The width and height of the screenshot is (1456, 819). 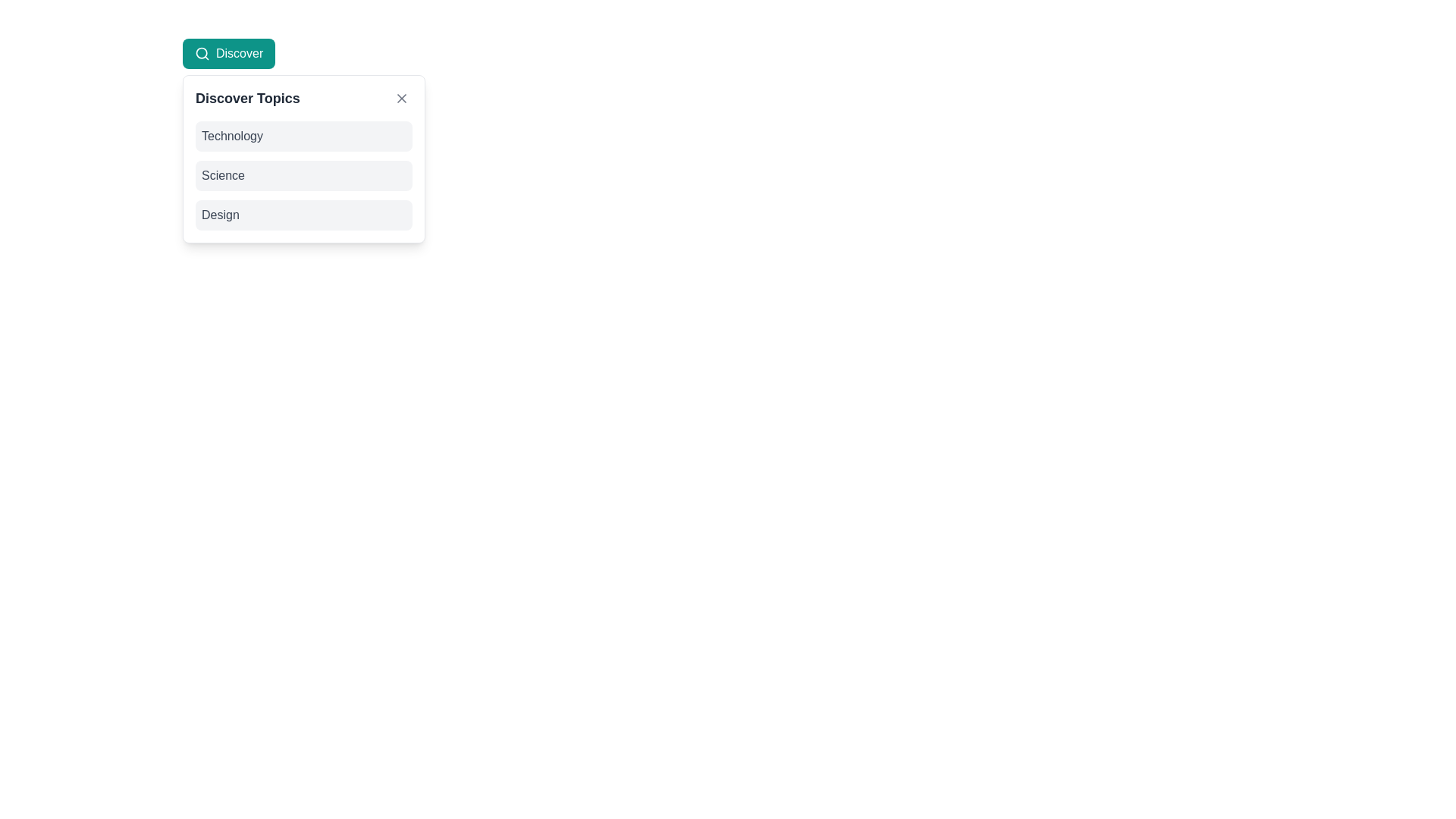 I want to click on the third item in the vertically stacked list labeled 'Discover Topics', so click(x=303, y=215).